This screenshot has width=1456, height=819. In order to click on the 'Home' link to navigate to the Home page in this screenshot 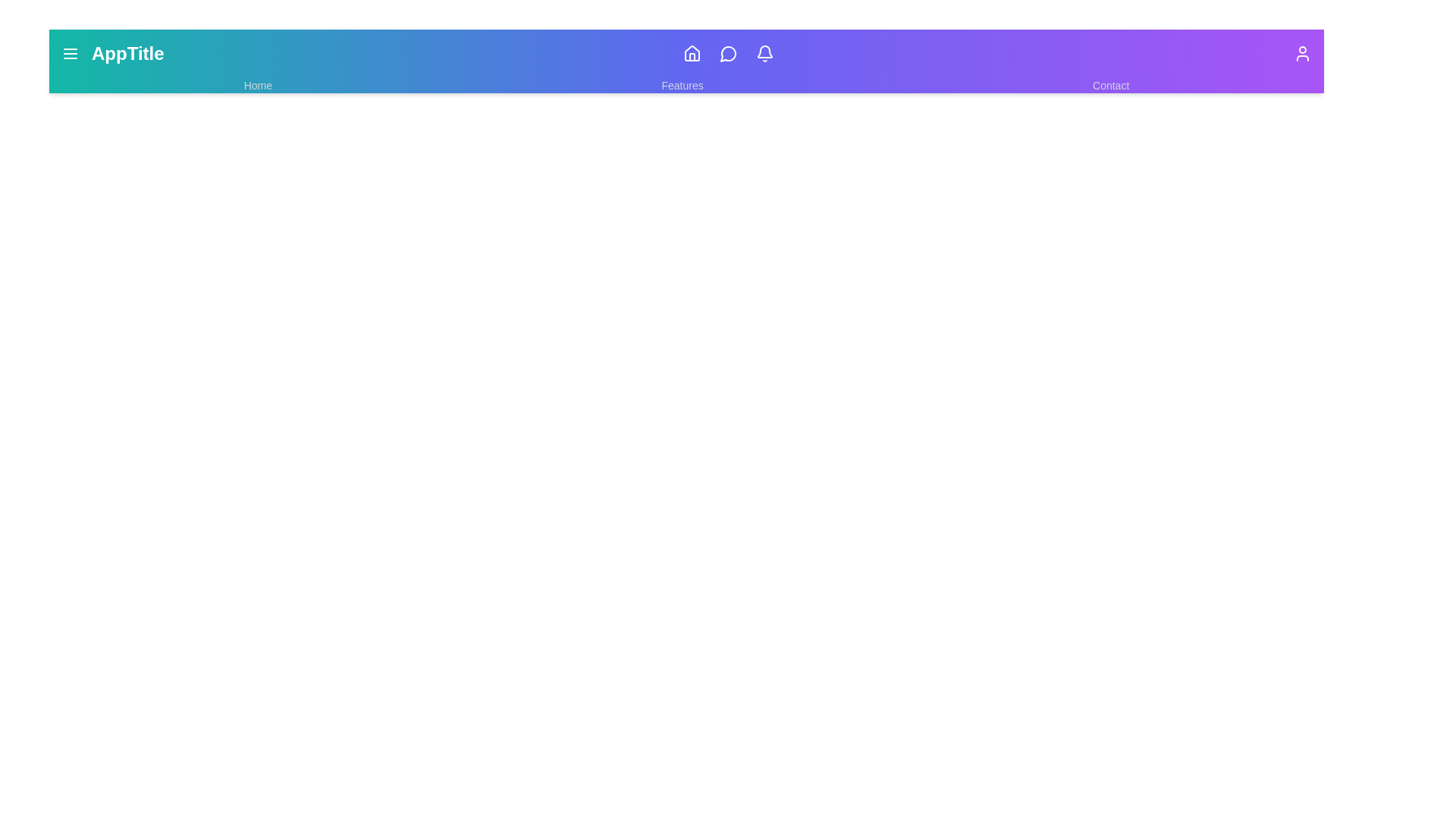, I will do `click(258, 85)`.